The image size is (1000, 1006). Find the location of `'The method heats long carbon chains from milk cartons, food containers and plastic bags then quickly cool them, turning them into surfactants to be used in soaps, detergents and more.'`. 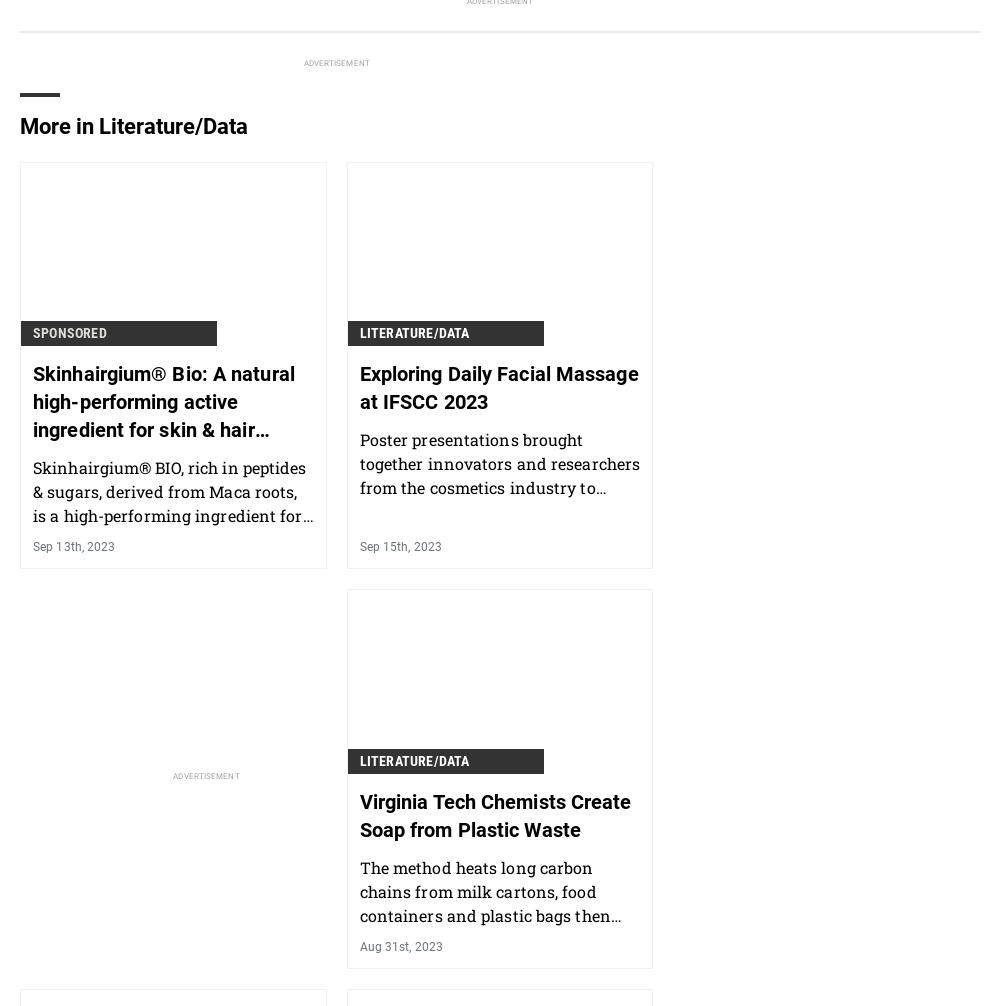

'The method heats long carbon chains from milk cartons, food containers and plastic bags then quickly cool them, turning them into surfactants to be used in soaps, detergents and more.' is located at coordinates (496, 925).